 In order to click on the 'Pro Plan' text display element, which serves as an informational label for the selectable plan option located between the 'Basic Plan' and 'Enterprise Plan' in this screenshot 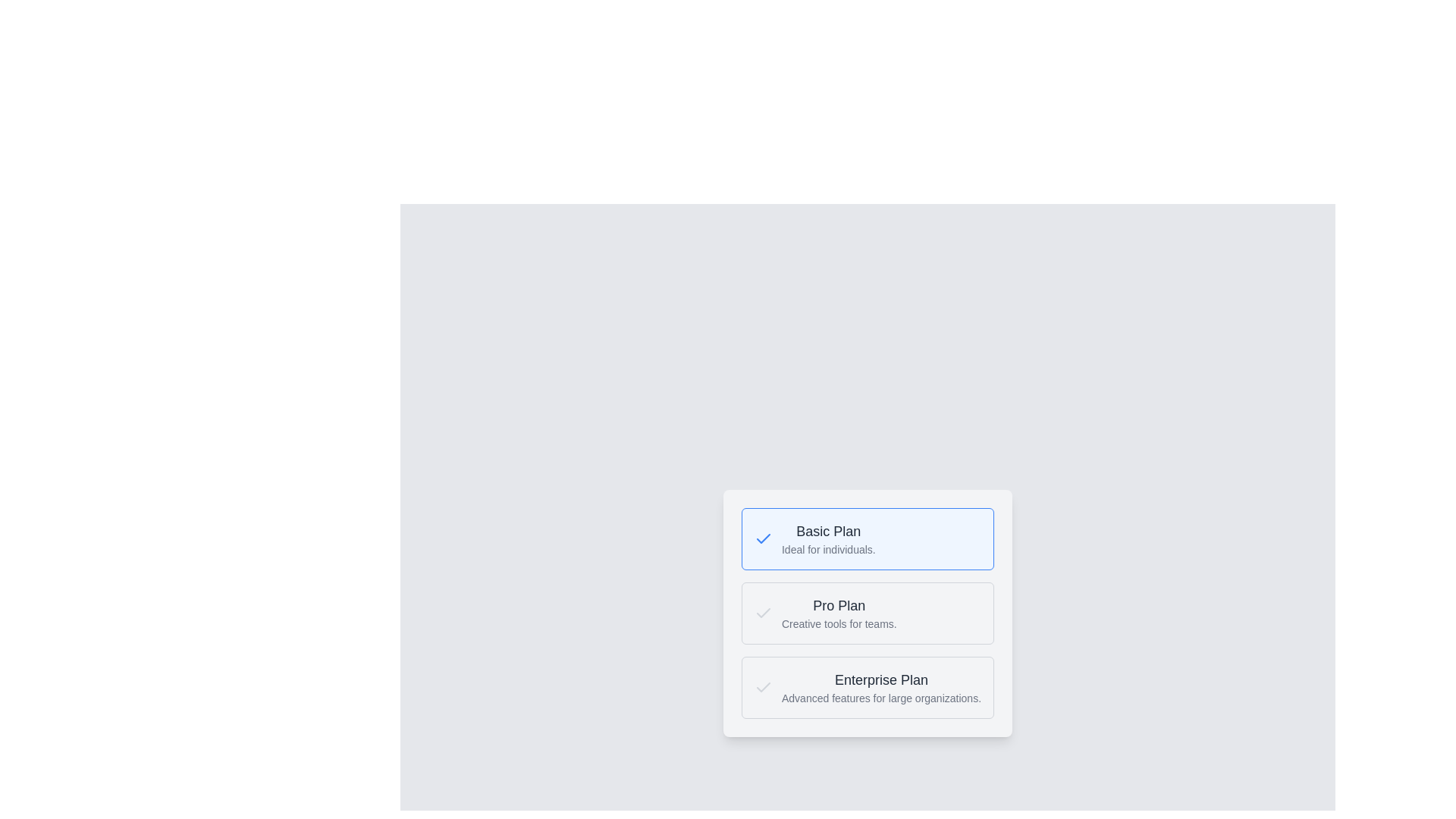, I will do `click(838, 613)`.